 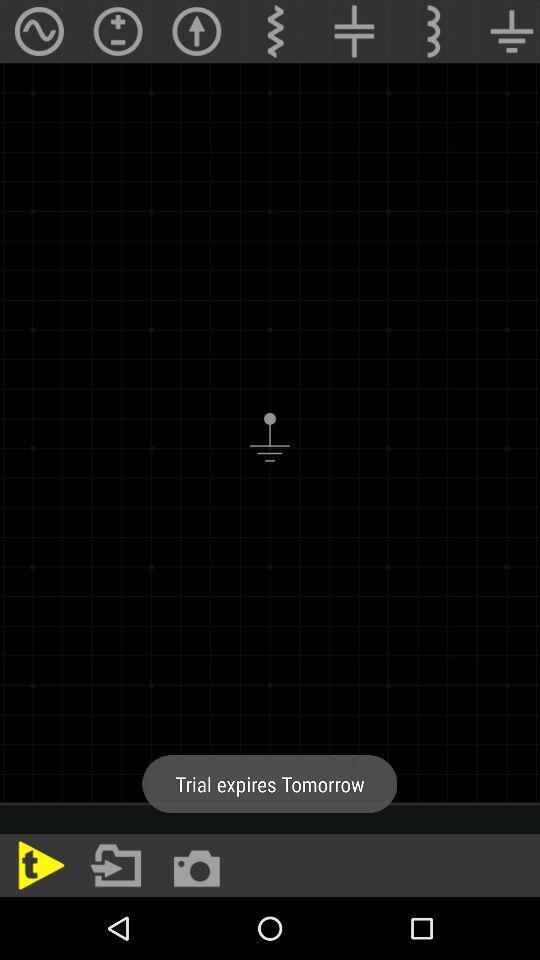 What do you see at coordinates (196, 32) in the screenshot?
I see `the arrow_upward icon` at bounding box center [196, 32].